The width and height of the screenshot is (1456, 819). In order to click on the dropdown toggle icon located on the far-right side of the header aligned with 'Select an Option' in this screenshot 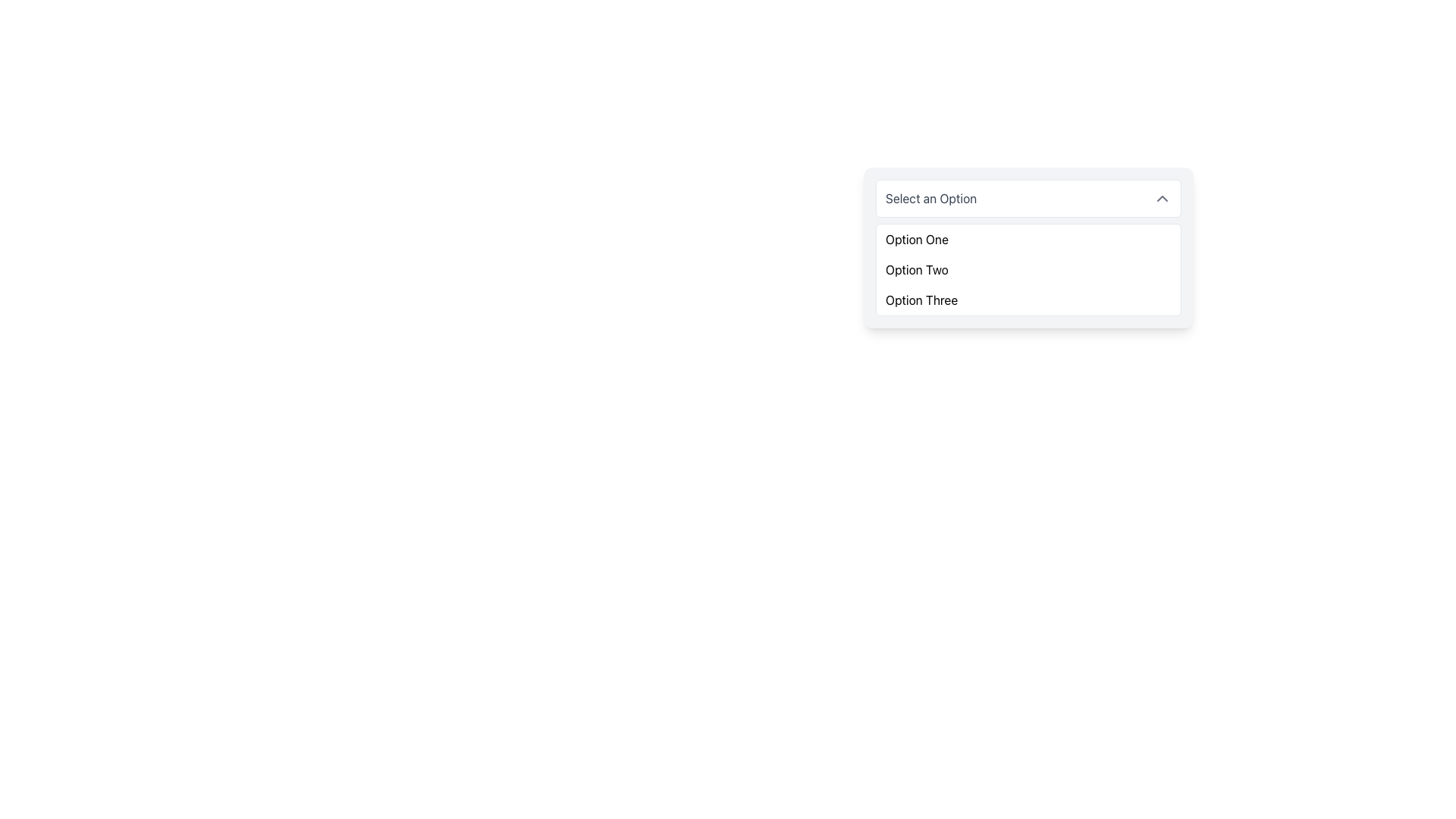, I will do `click(1161, 198)`.